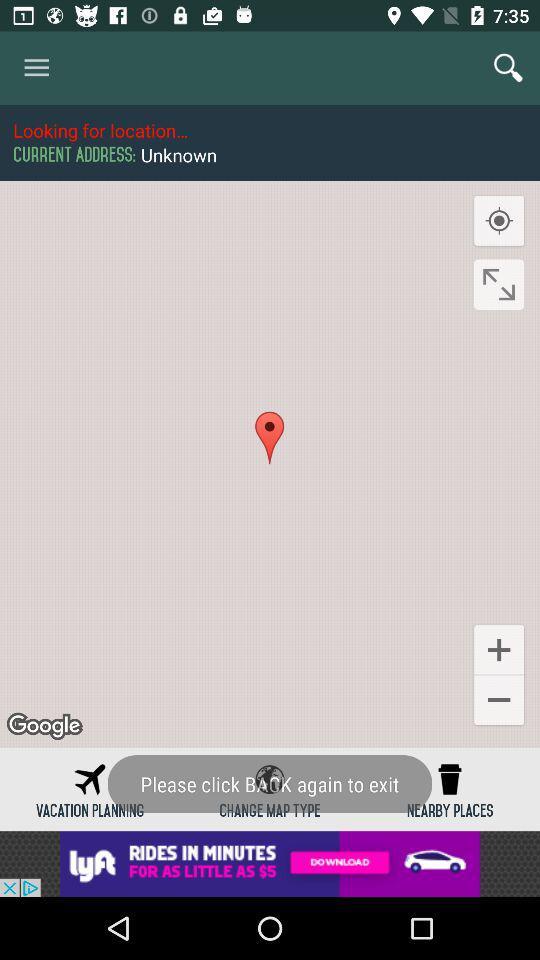 Image resolution: width=540 pixels, height=960 pixels. Describe the element at coordinates (498, 283) in the screenshot. I see `the fullscreen icon` at that location.